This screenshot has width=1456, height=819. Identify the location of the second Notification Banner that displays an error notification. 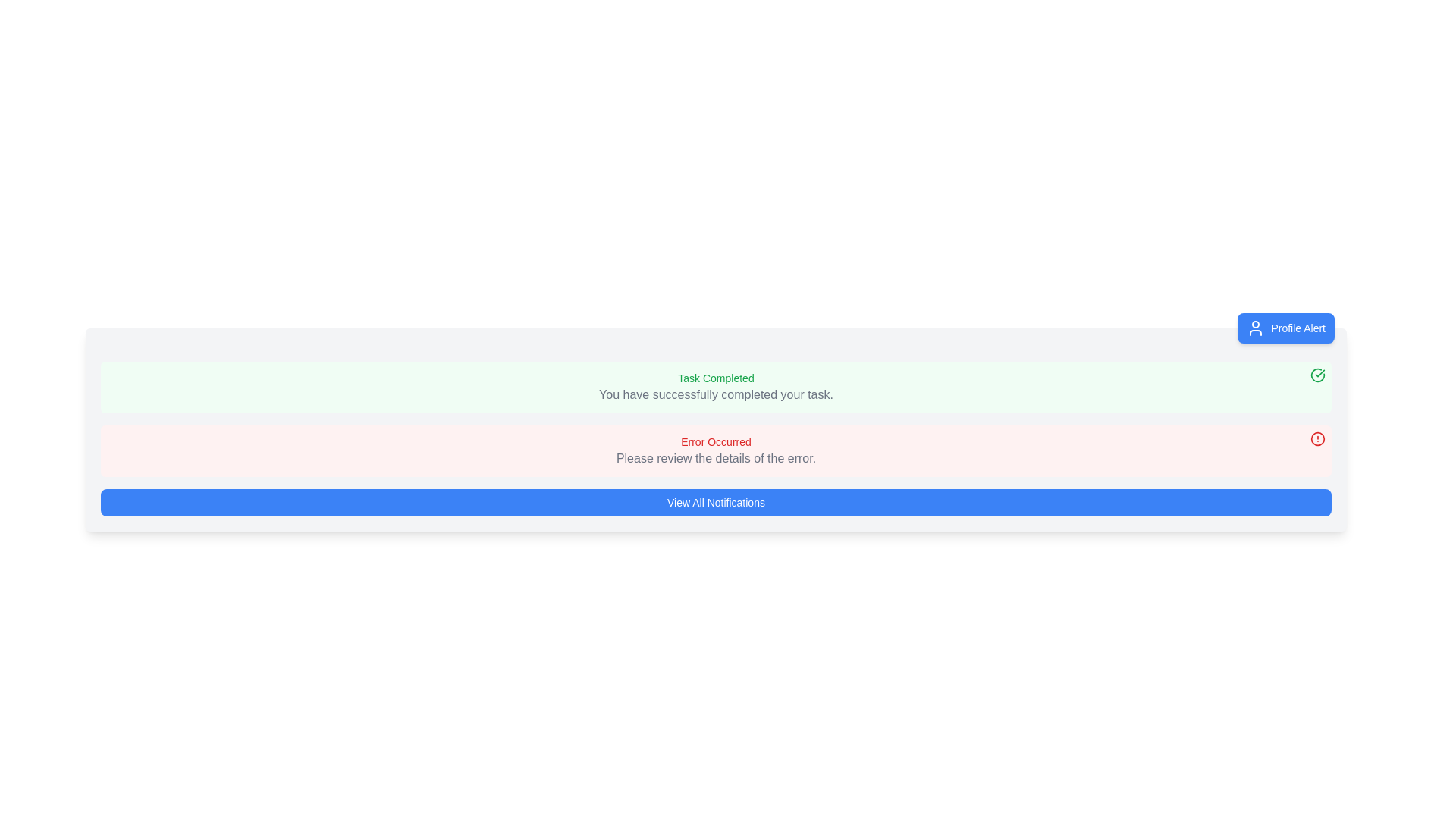
(715, 450).